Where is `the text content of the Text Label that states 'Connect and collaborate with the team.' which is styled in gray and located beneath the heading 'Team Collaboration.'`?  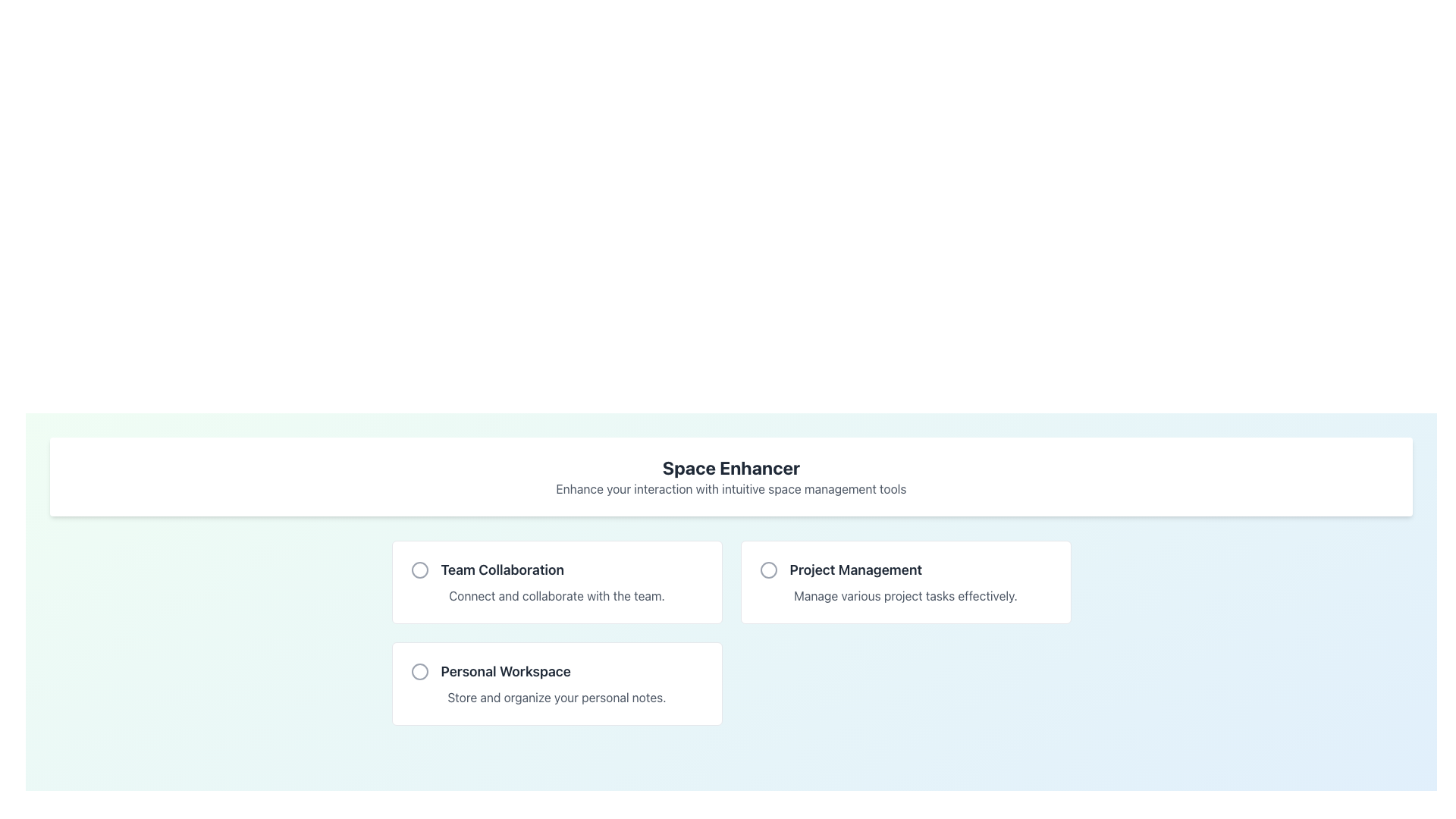
the text content of the Text Label that states 'Connect and collaborate with the team.' which is styled in gray and located beneath the heading 'Team Collaboration.' is located at coordinates (556, 595).